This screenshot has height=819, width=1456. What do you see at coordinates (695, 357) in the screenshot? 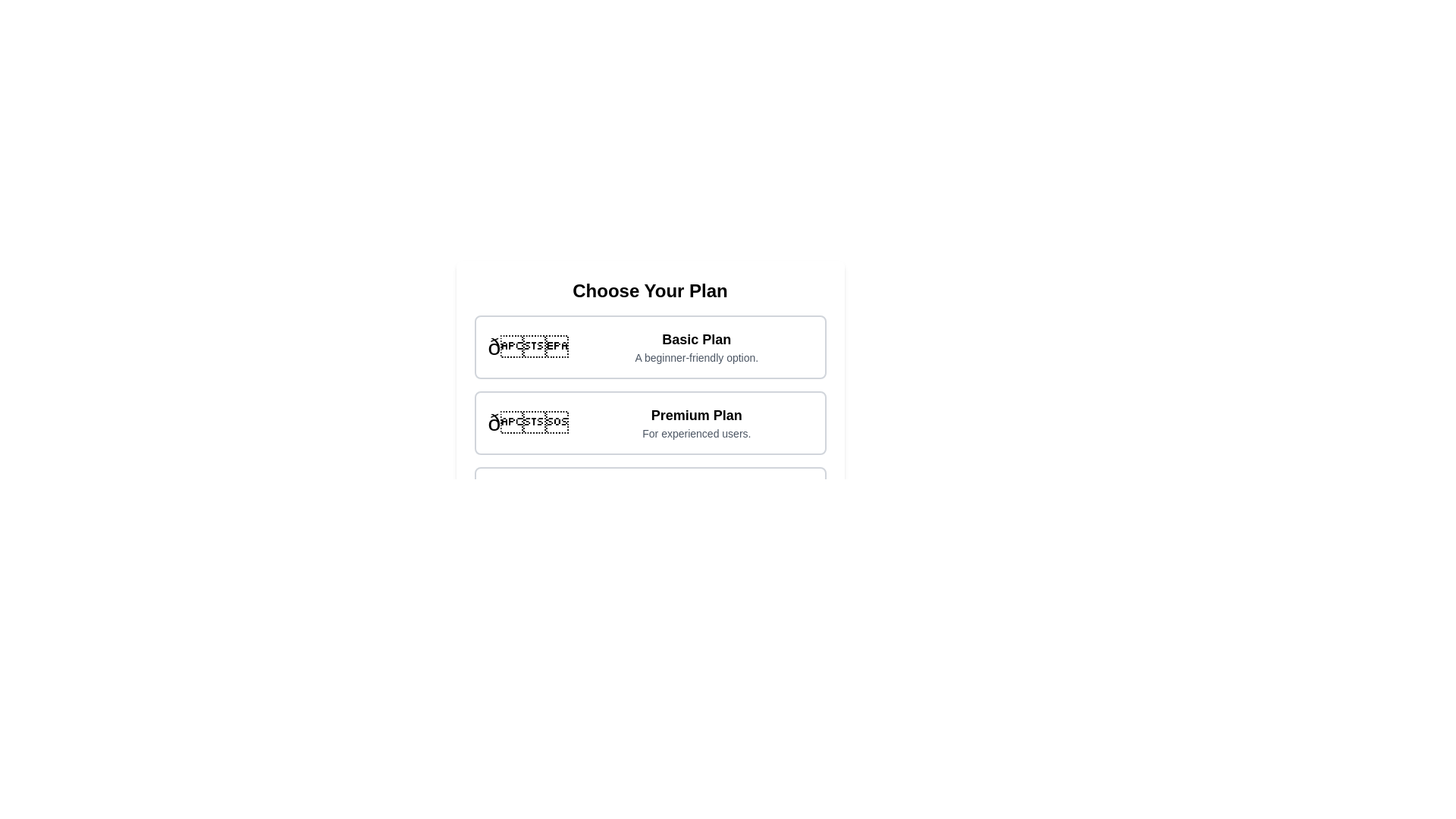
I see `the text label that reads 'A beginner-friendly option.' located below the heading 'Basic Plan' in the subscription options card layout` at bounding box center [695, 357].